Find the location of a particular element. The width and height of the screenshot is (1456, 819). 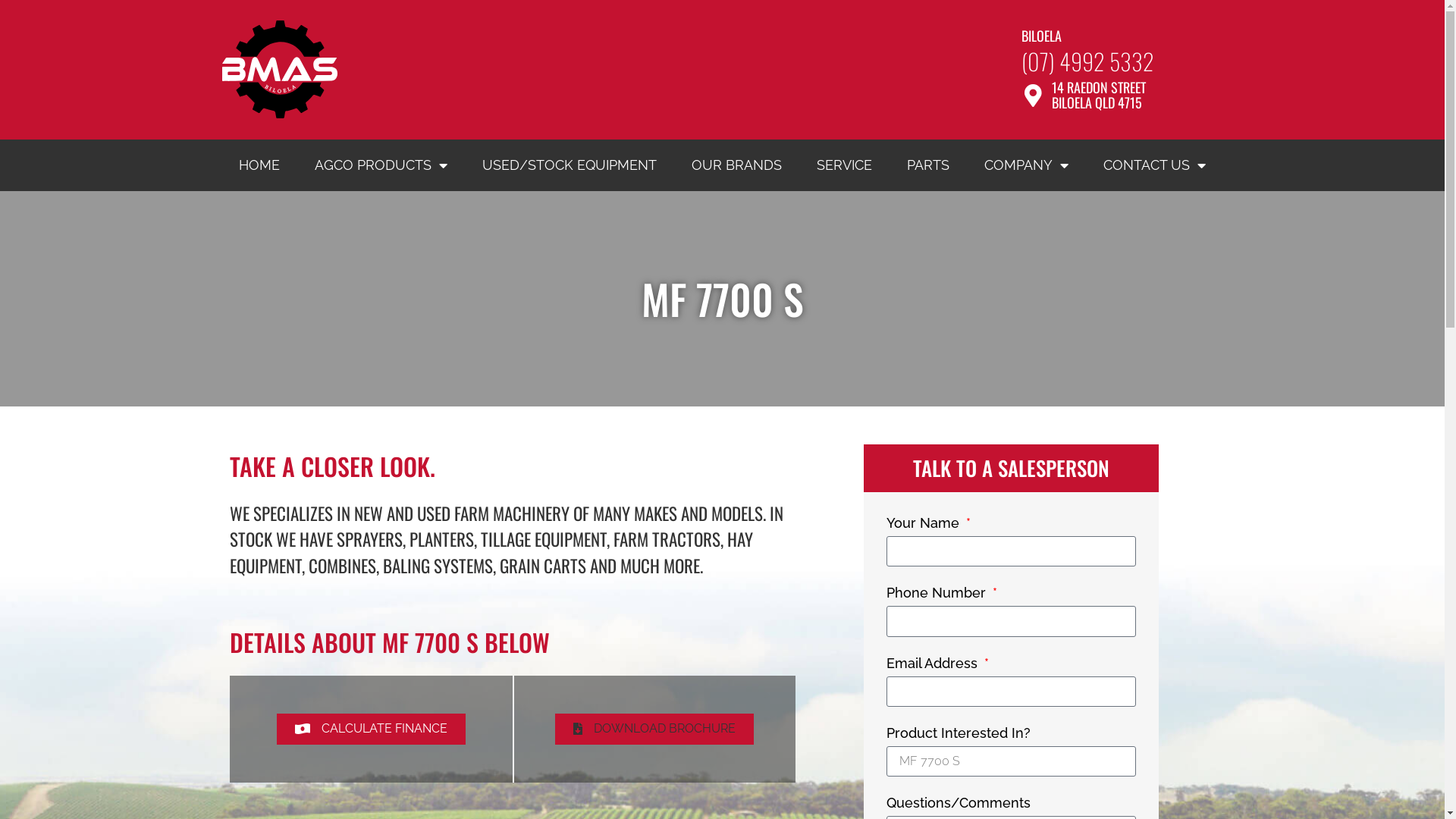

'CONTACT US' is located at coordinates (1153, 165).